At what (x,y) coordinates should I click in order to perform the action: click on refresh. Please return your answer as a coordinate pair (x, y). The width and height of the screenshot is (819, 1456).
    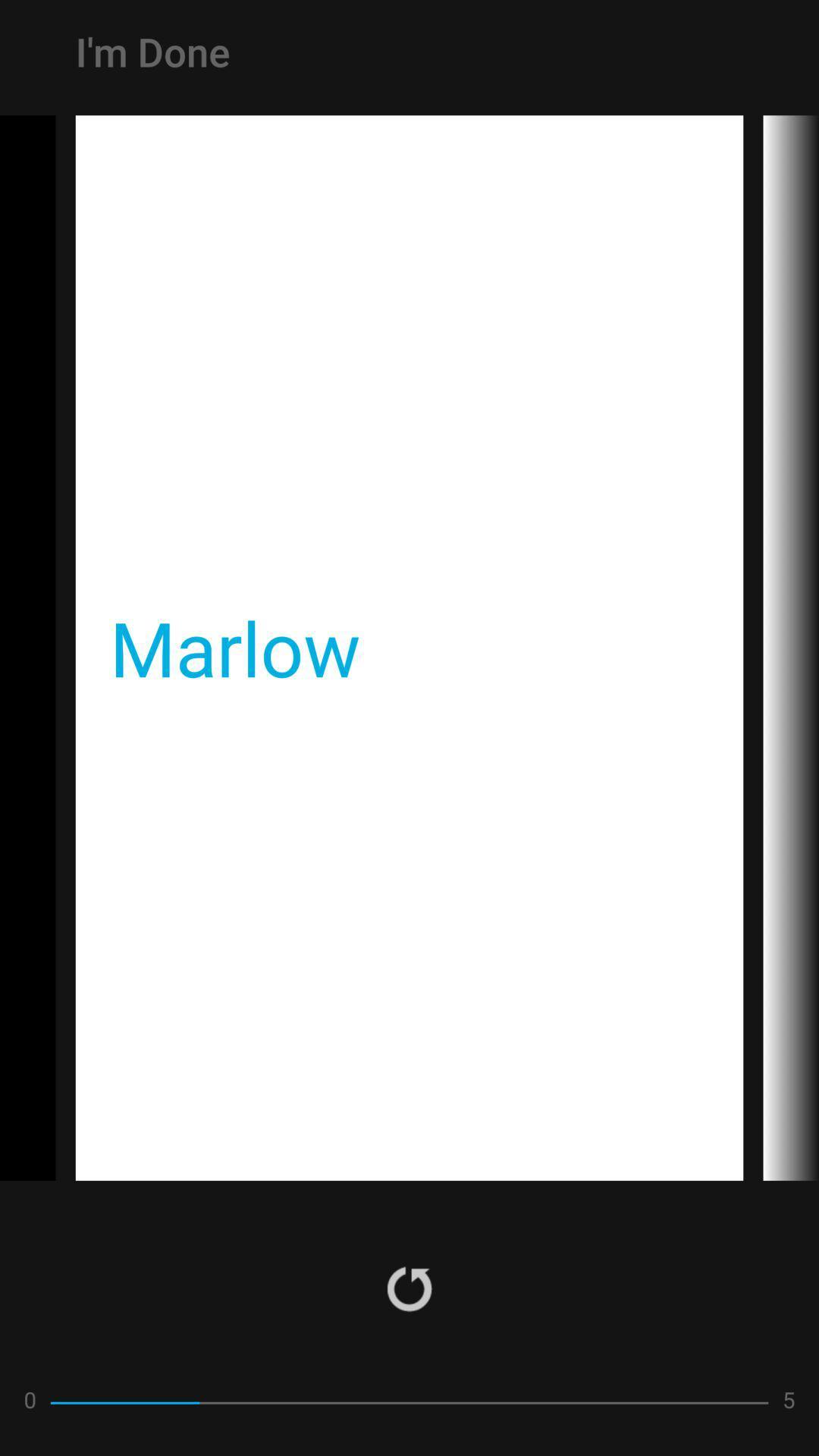
    Looking at the image, I should click on (409, 1288).